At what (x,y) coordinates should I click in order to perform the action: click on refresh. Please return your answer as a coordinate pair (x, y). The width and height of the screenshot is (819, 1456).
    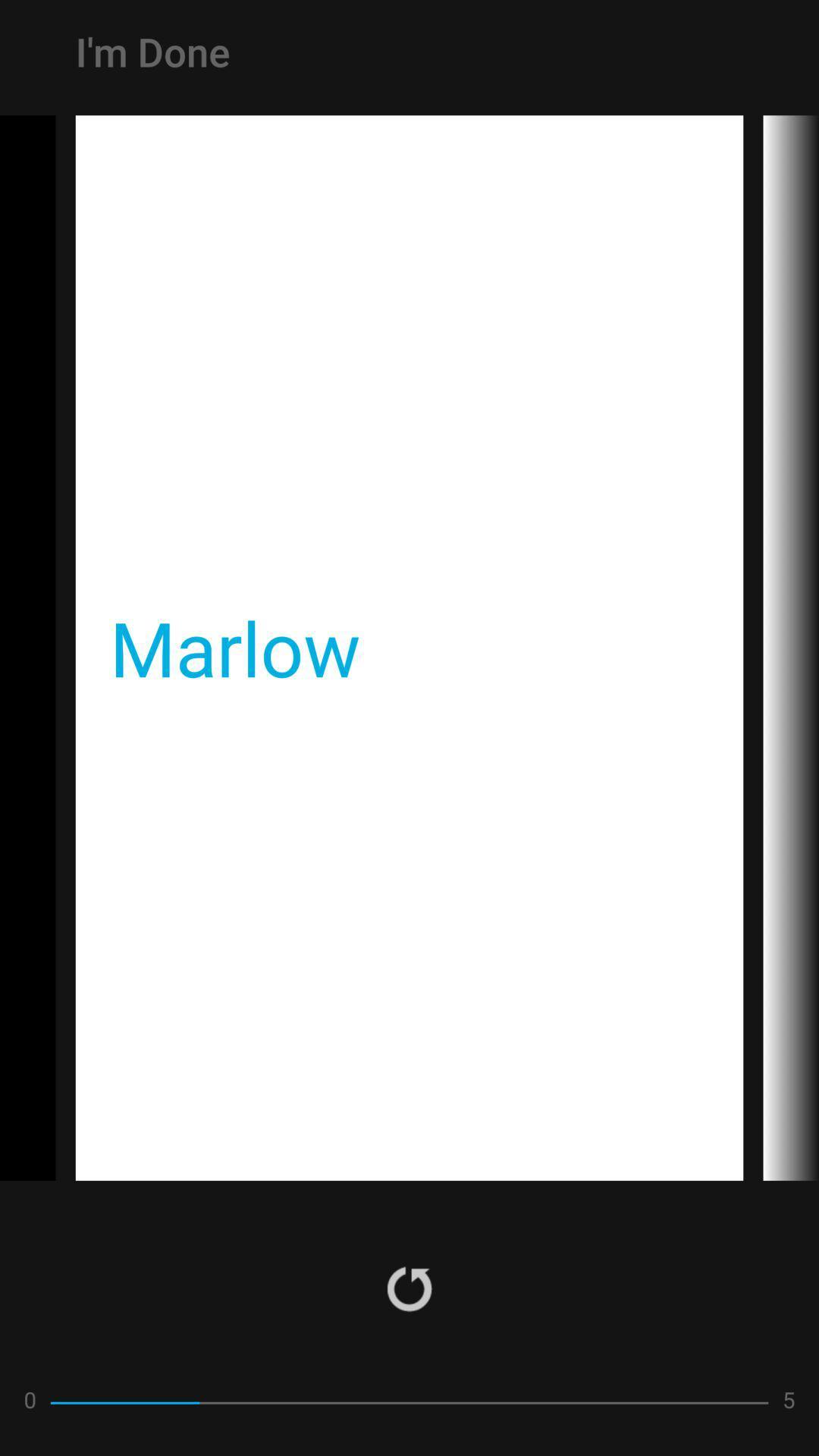
    Looking at the image, I should click on (409, 1288).